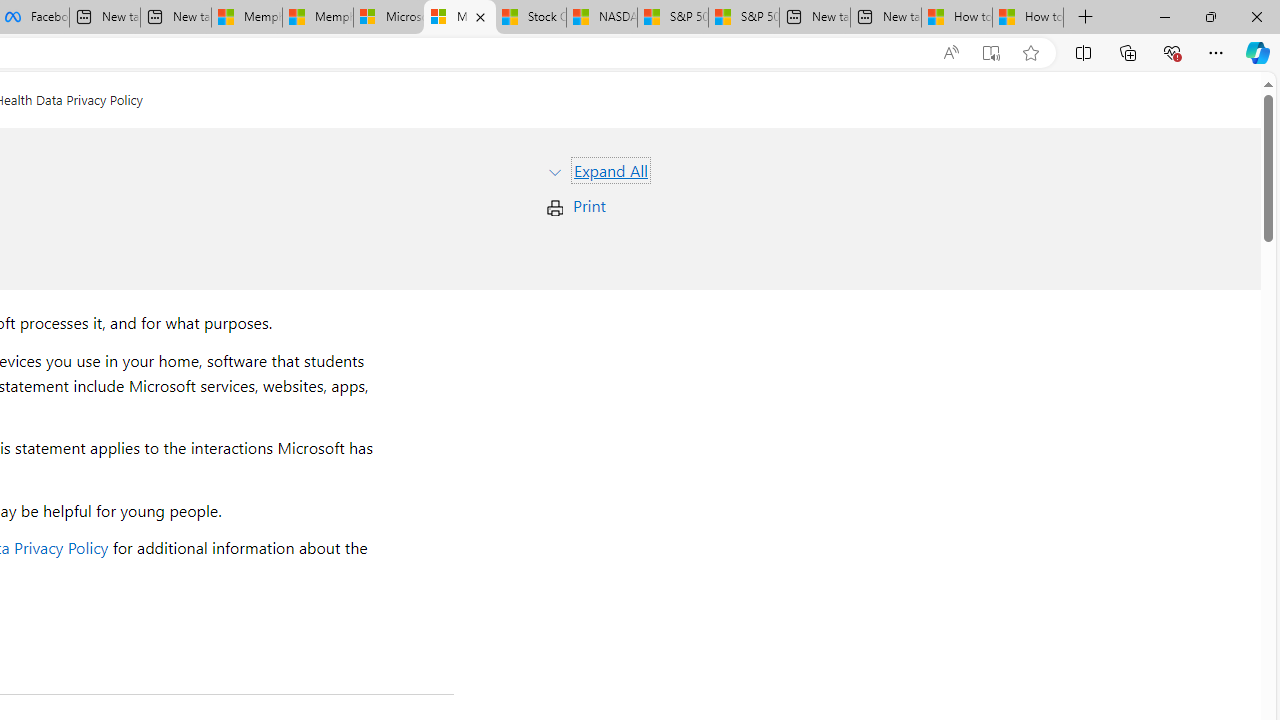 The height and width of the screenshot is (720, 1280). What do you see at coordinates (480, 17) in the screenshot?
I see `'Close tab'` at bounding box center [480, 17].